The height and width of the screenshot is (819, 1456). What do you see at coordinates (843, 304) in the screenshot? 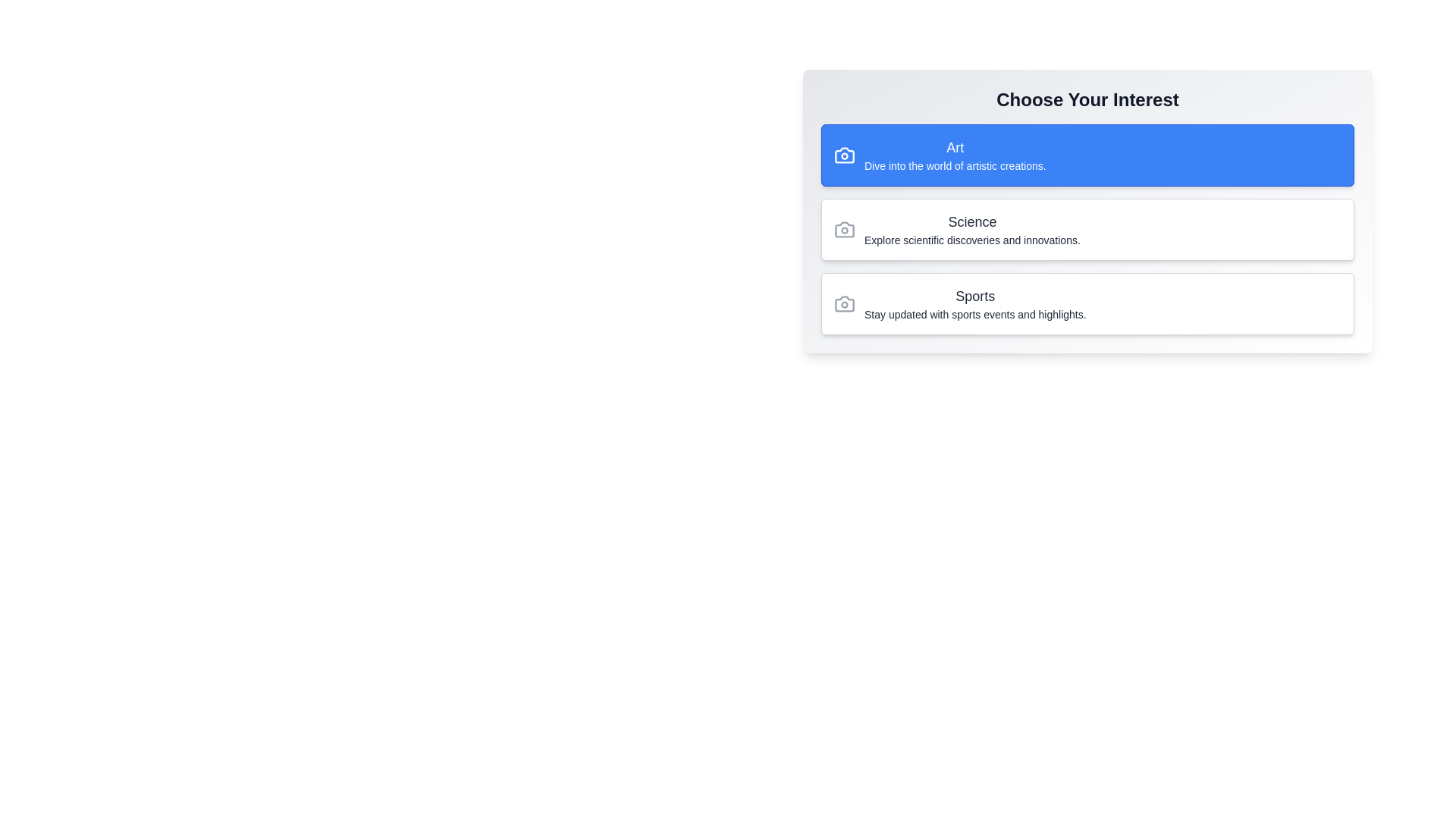
I see `the camera icon element located to the left of the 'Sports' option in the 'Choose Your Interest' selection menu` at bounding box center [843, 304].